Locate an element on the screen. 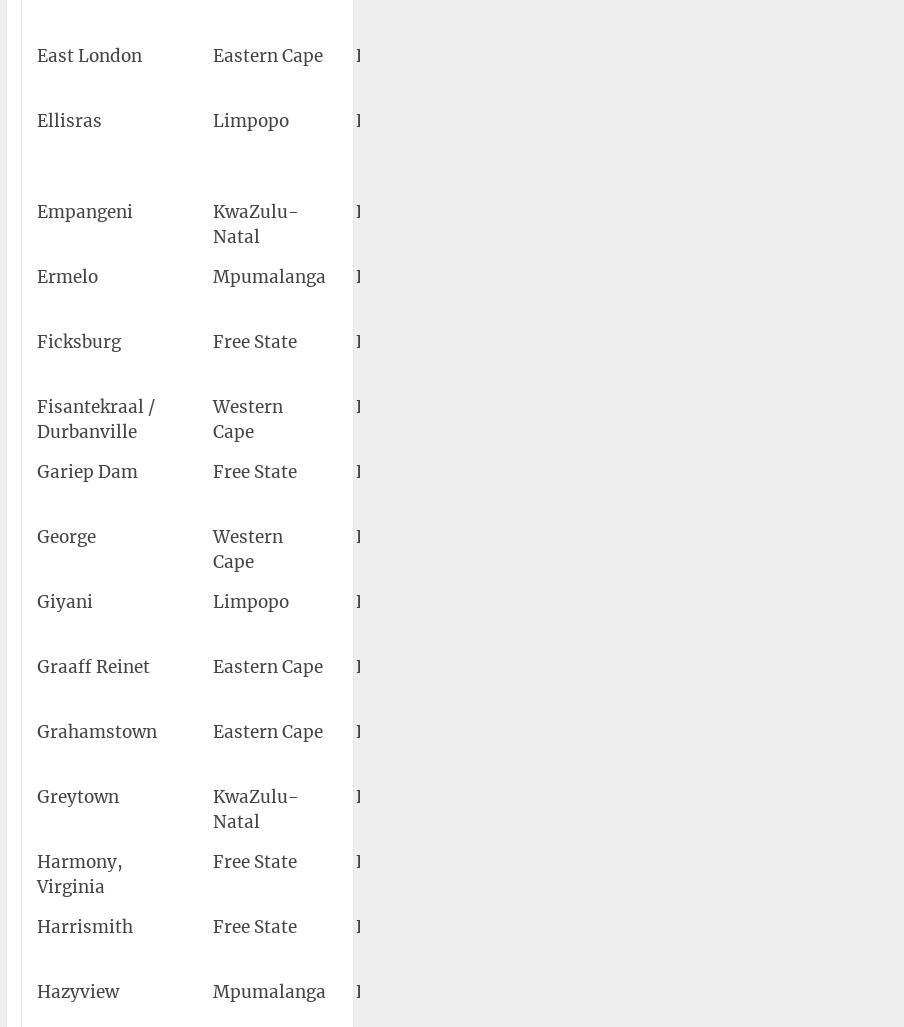 The image size is (904, 1027). 'East London Airport' is located at coordinates (570, 67).